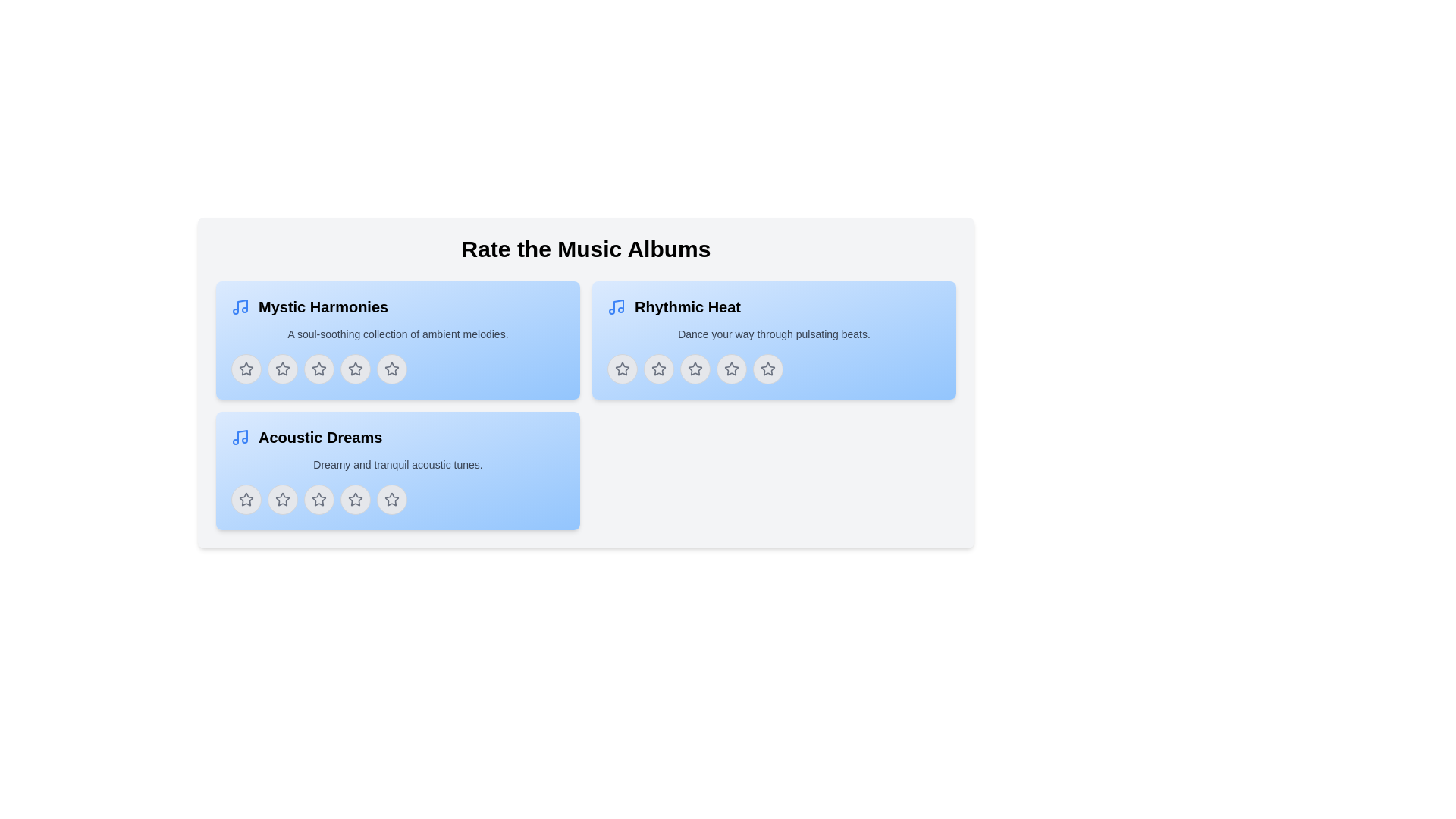 The image size is (1456, 819). What do you see at coordinates (283, 369) in the screenshot?
I see `the second star in the series of rating stars for keyboard navigation within the 'Mystic Harmonies' card` at bounding box center [283, 369].